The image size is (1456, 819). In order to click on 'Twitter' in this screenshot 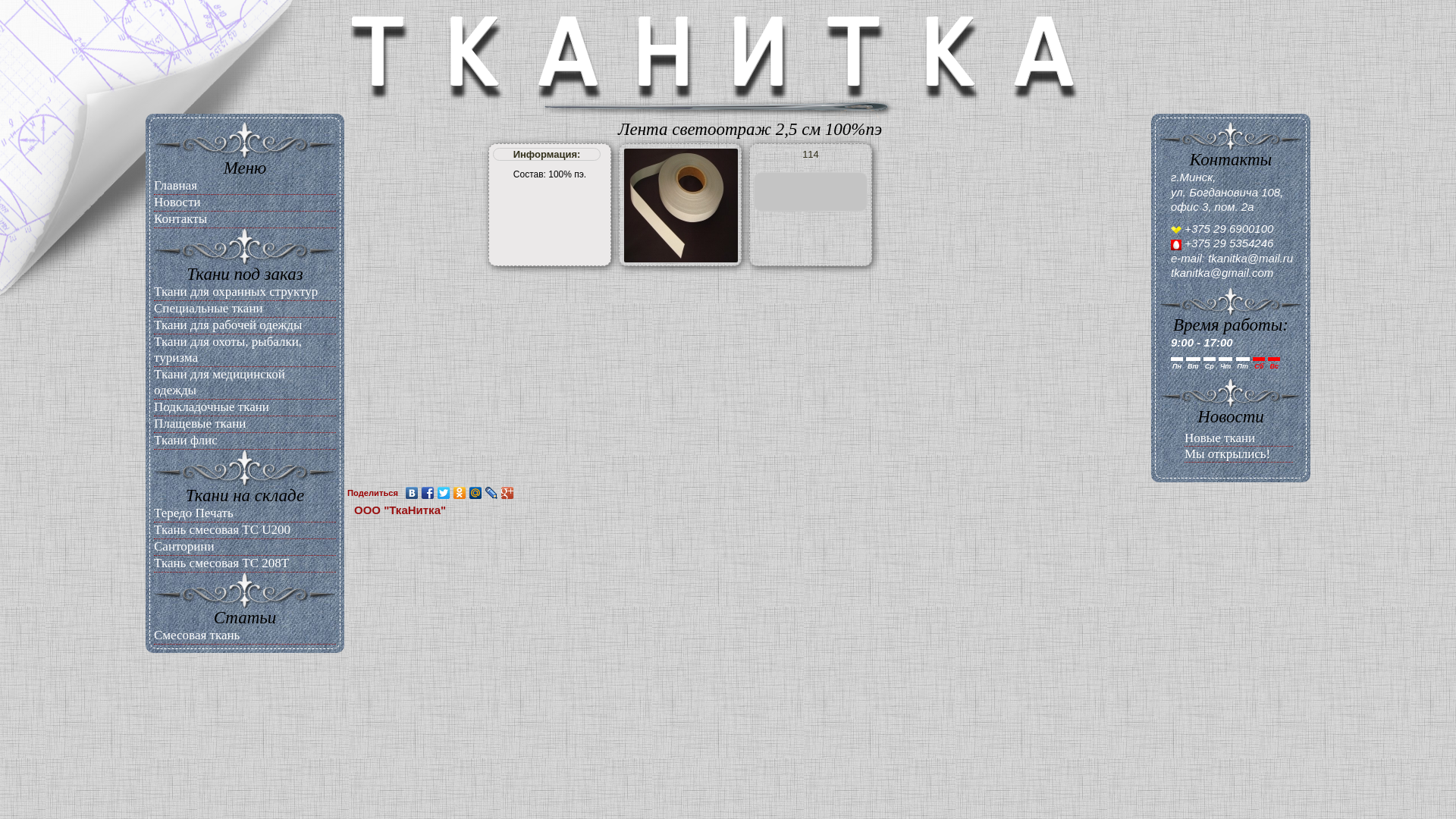, I will do `click(435, 493)`.